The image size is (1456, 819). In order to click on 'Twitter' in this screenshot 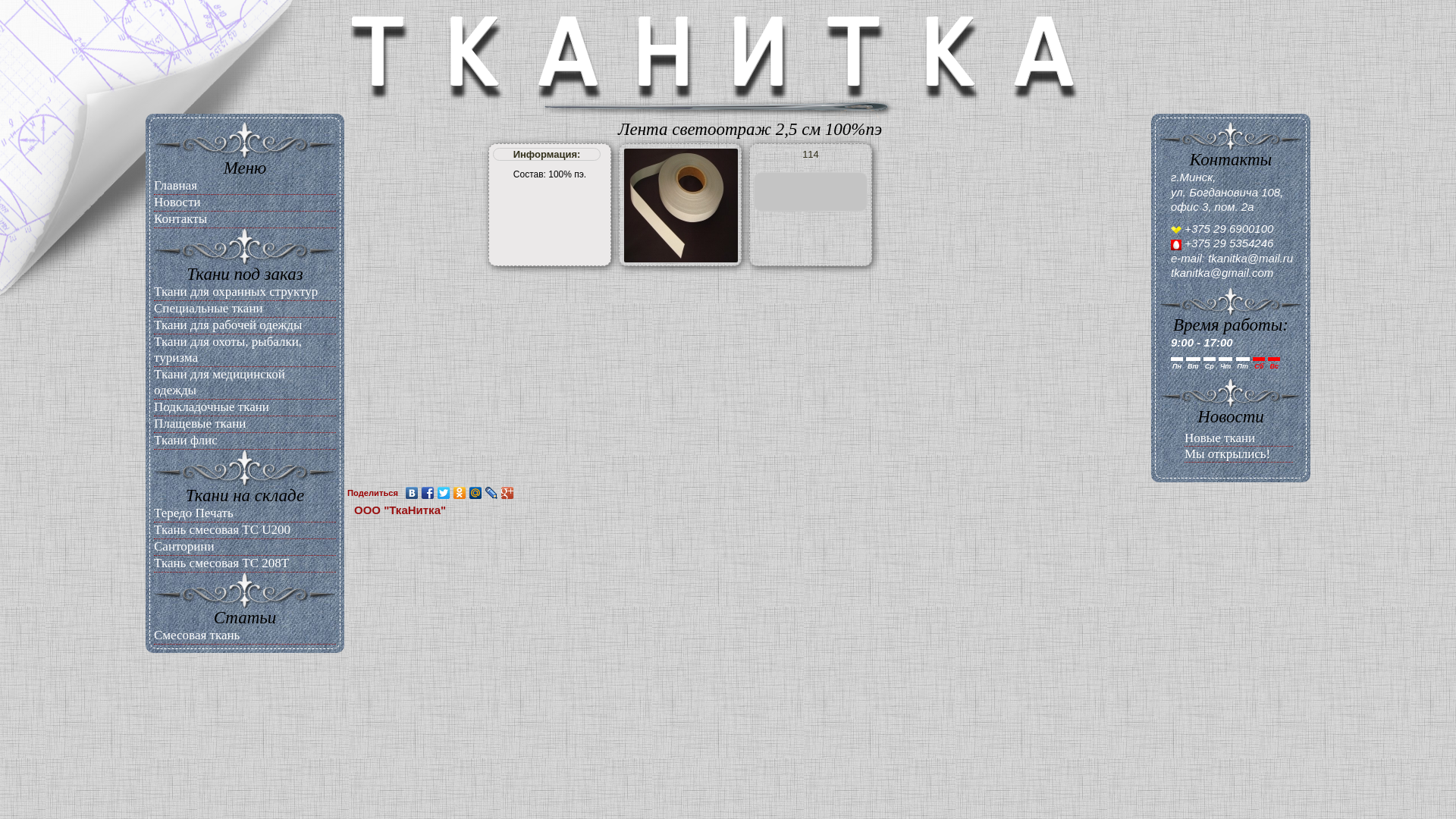, I will do `click(435, 493)`.